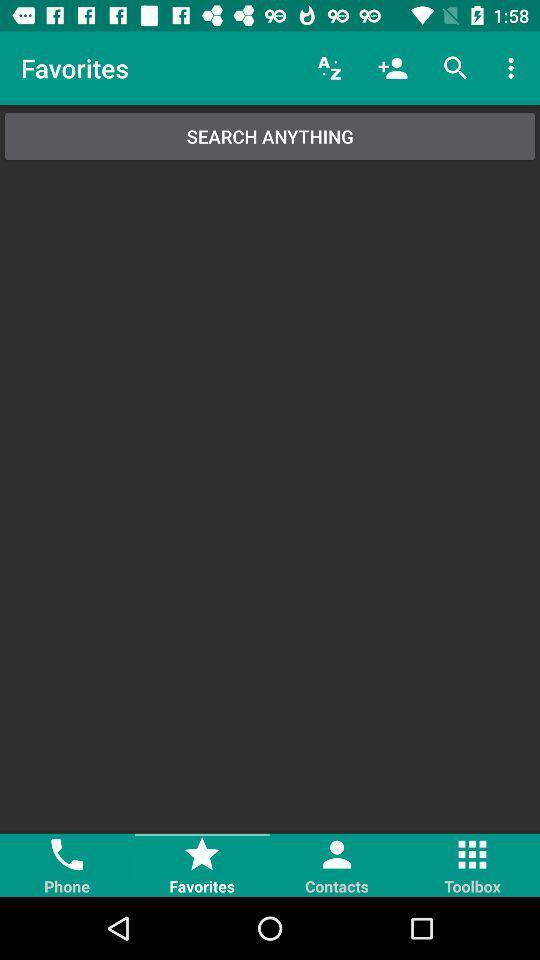 This screenshot has width=540, height=960. I want to click on icon above the search anything item, so click(393, 68).